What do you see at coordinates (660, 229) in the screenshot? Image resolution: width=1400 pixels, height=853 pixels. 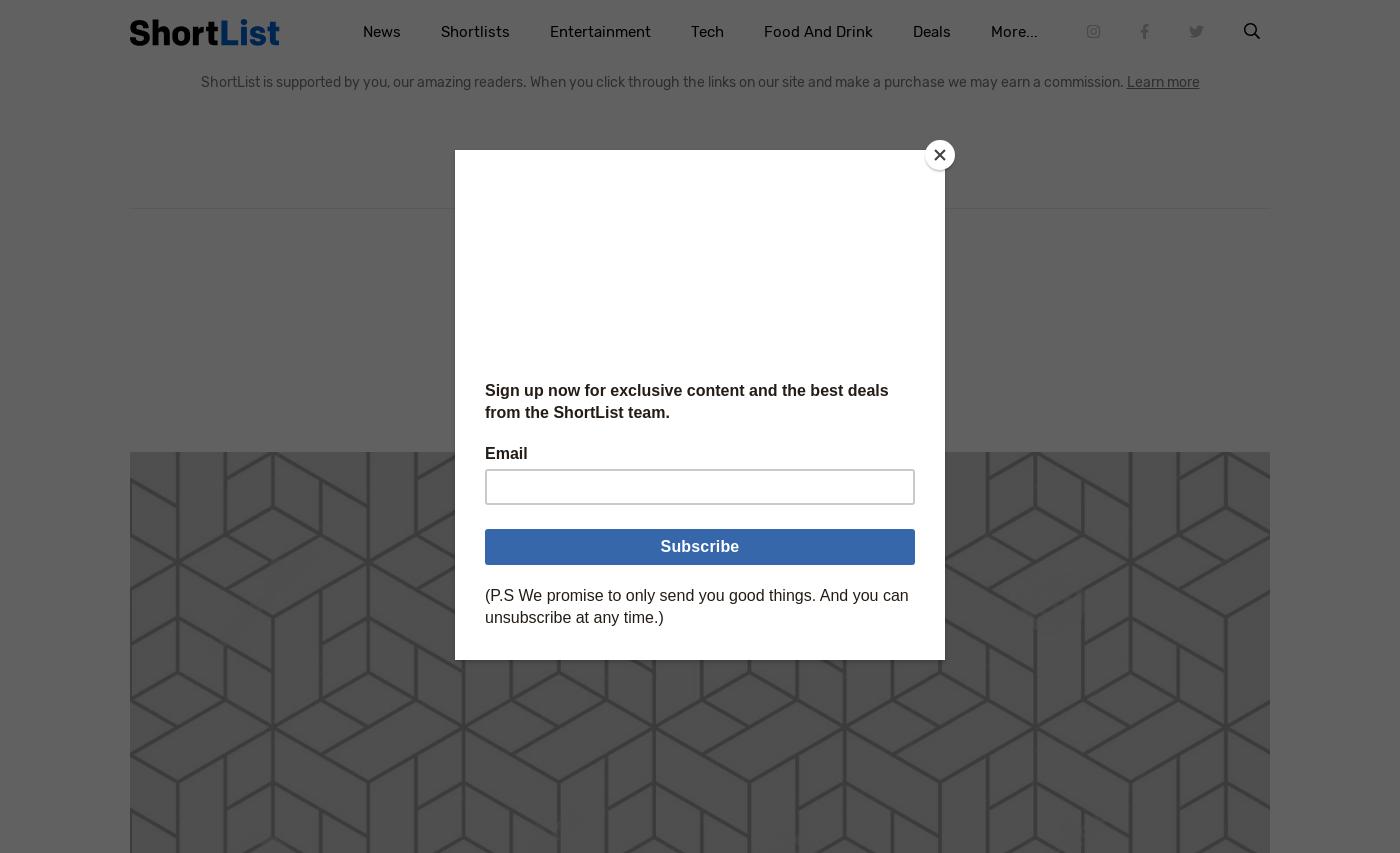 I see `'Home'` at bounding box center [660, 229].